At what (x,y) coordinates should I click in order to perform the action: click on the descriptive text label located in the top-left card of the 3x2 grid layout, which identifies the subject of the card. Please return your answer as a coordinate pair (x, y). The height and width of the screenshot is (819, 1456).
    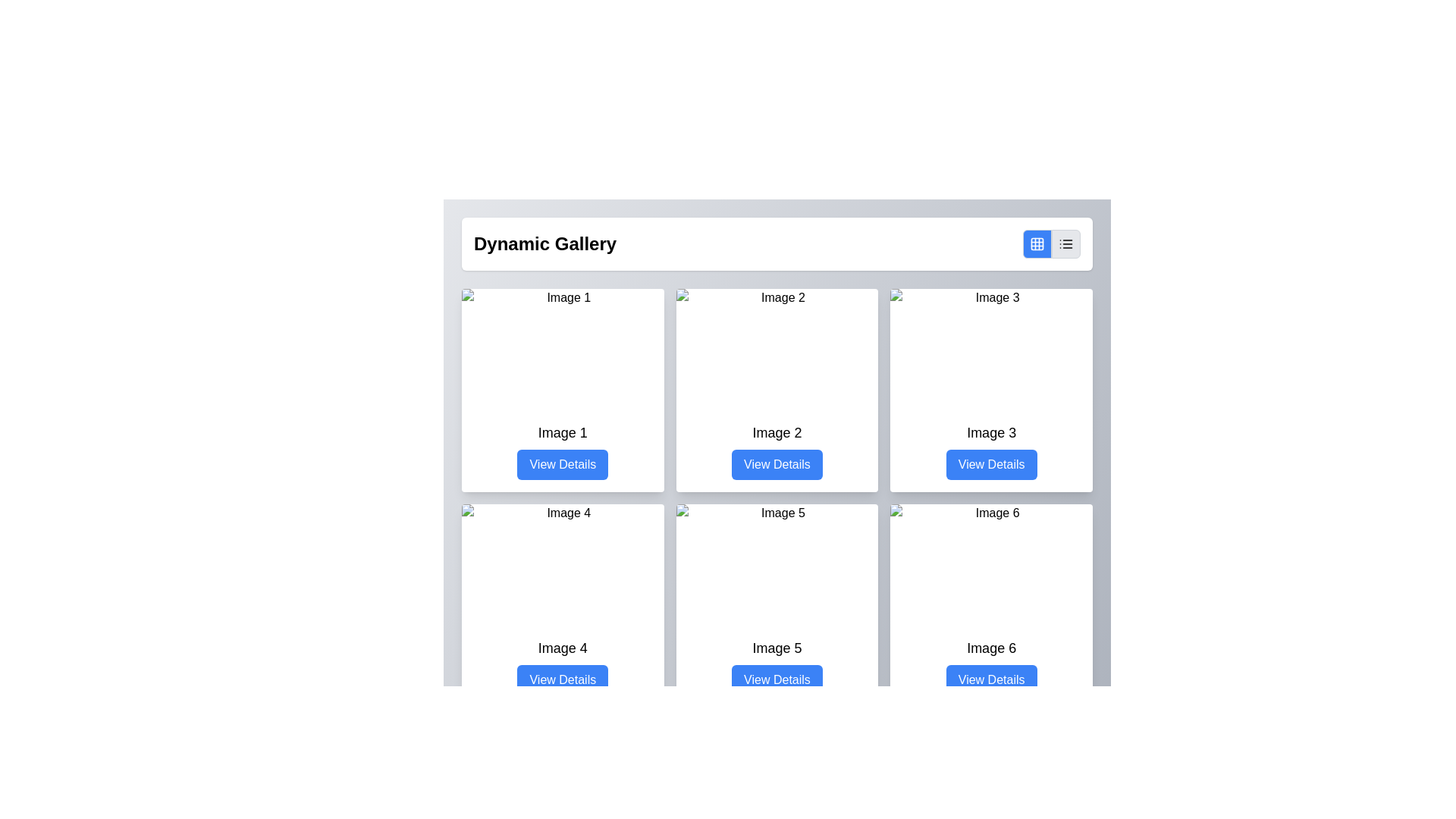
    Looking at the image, I should click on (562, 432).